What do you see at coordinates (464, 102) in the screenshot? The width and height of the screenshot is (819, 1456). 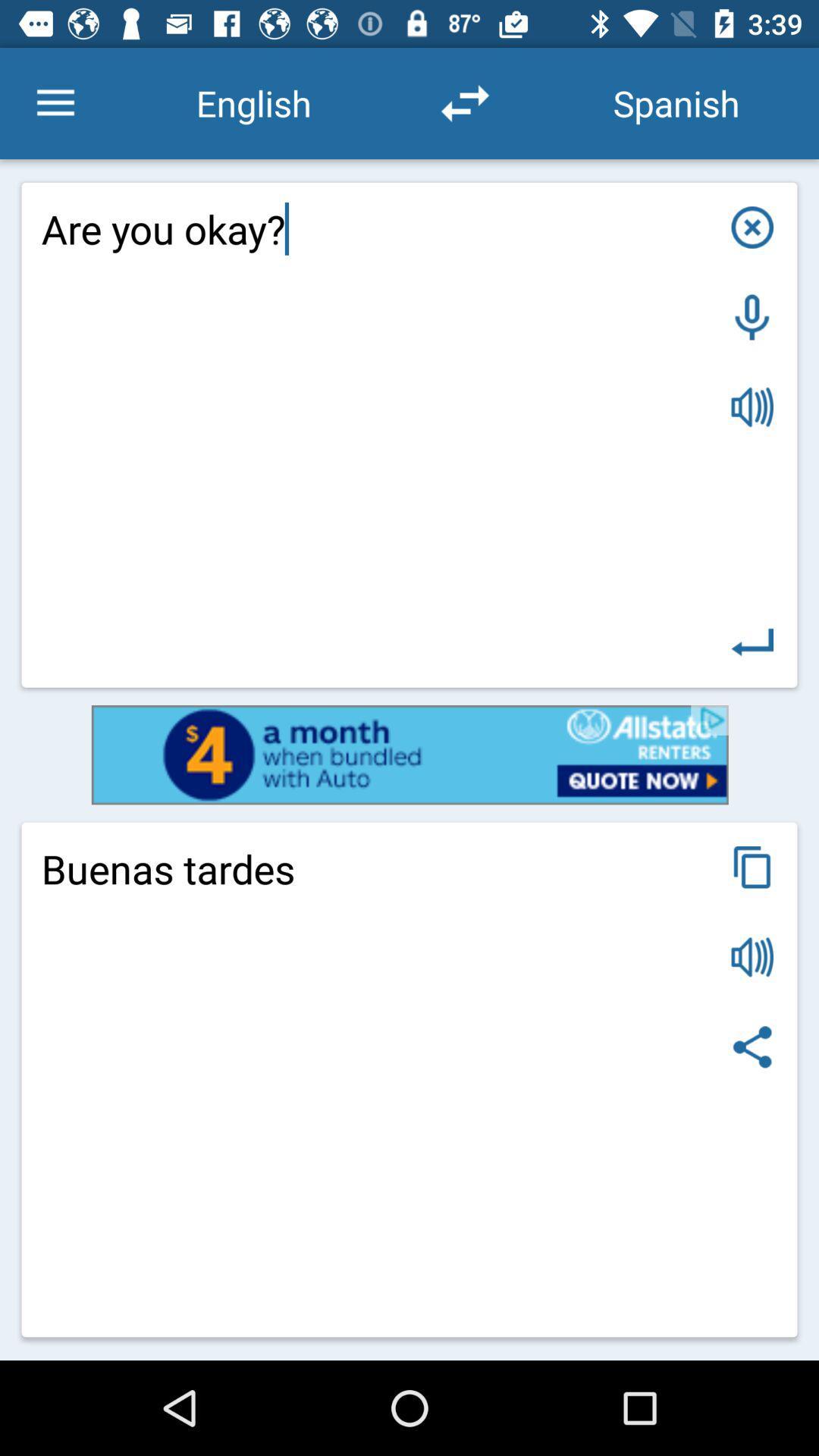 I see `refresh` at bounding box center [464, 102].